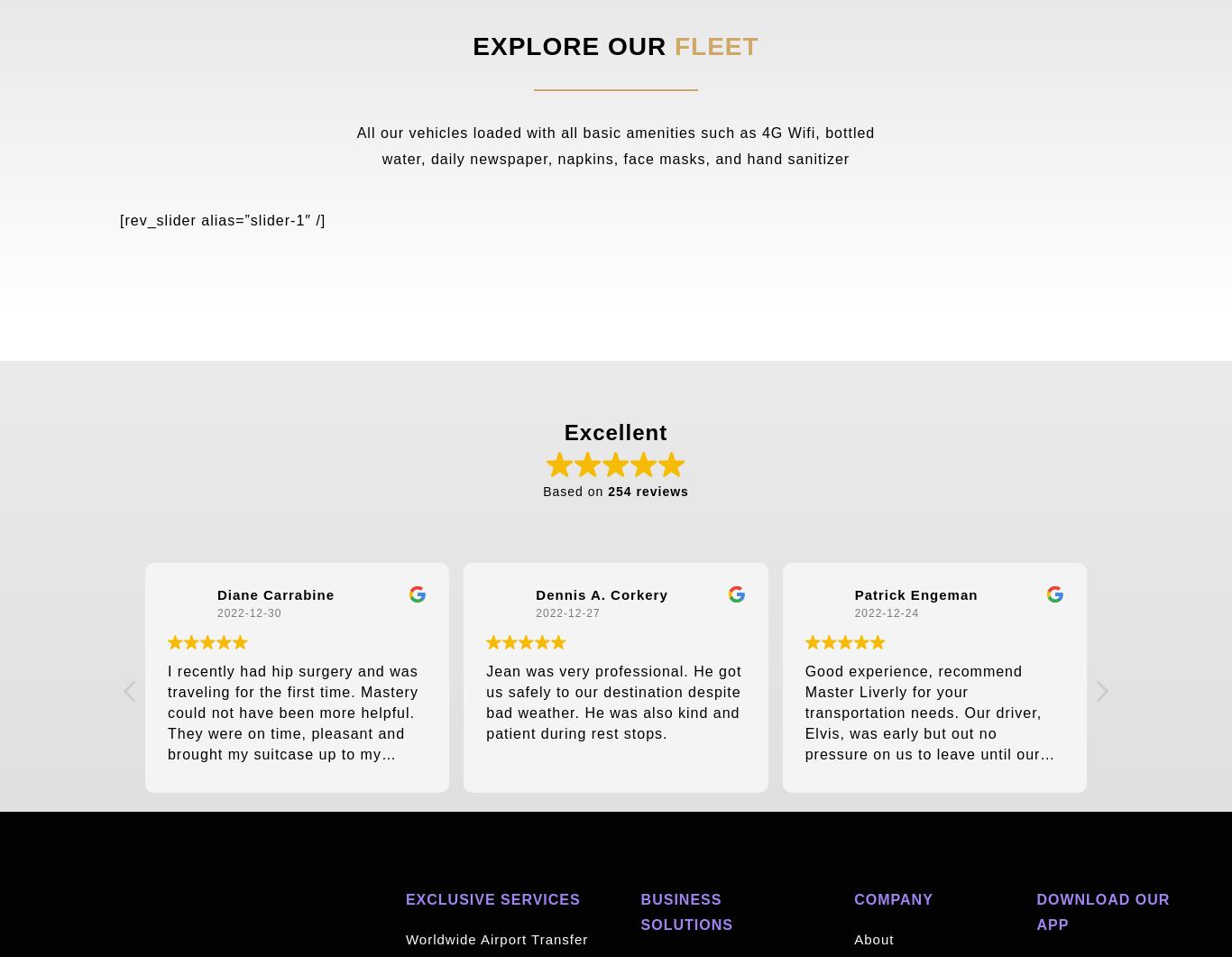 The height and width of the screenshot is (957, 1232). What do you see at coordinates (923, 743) in the screenshot?
I see `'Good experience, recommend Master Liverly for your transportation needs. Our driver, Elvis, was early but out no pressure on us to leave until our scheduled time. Elvis was professional, and got us to our destination without issues.'` at bounding box center [923, 743].